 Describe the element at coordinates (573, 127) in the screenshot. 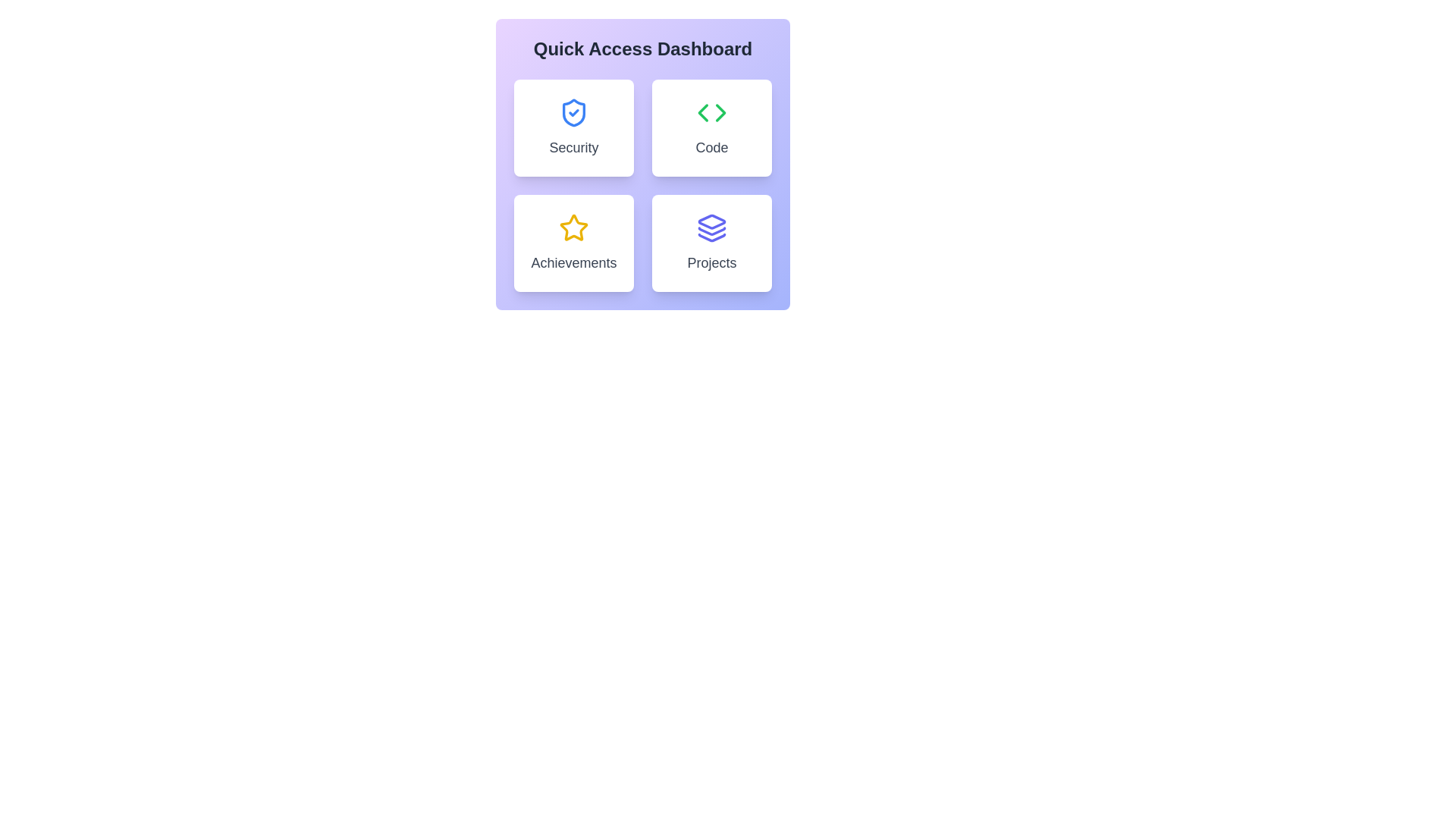

I see `the 'Security' selectable card component located in the top-left corner of the 2x2 grid in the 'Quick Access Dashboard'` at that location.